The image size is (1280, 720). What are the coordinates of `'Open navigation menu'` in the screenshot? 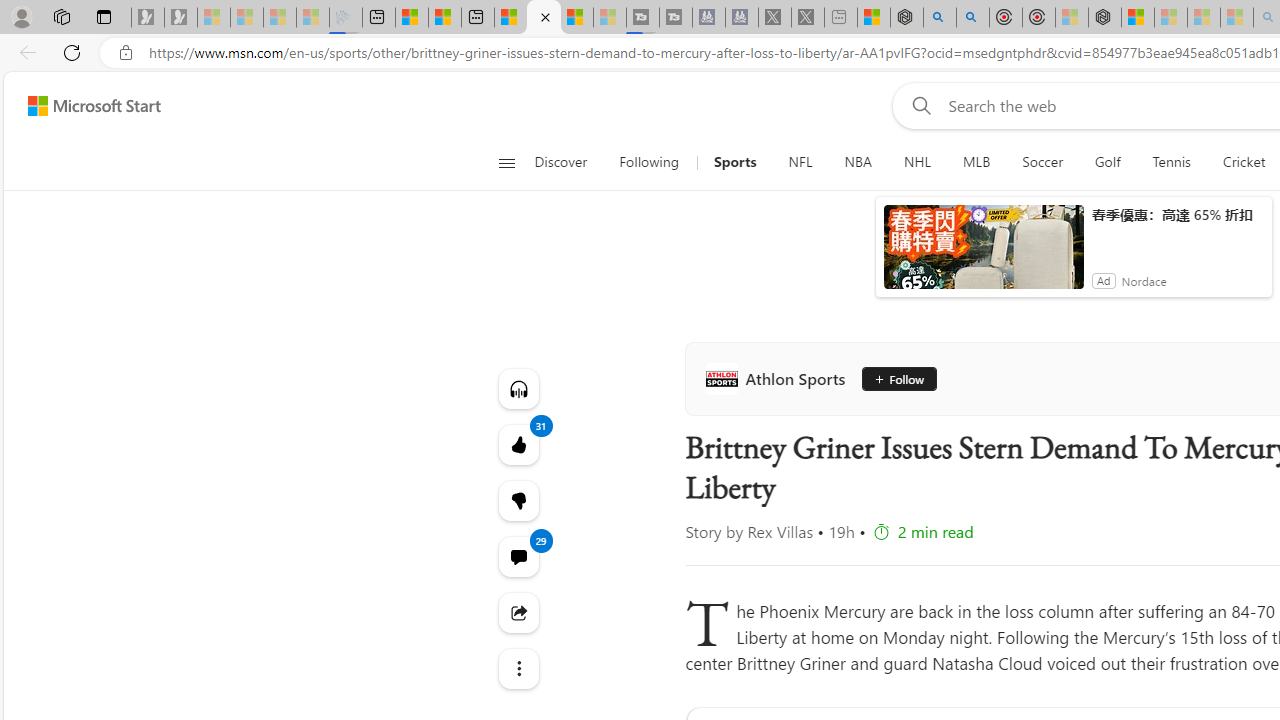 It's located at (506, 162).